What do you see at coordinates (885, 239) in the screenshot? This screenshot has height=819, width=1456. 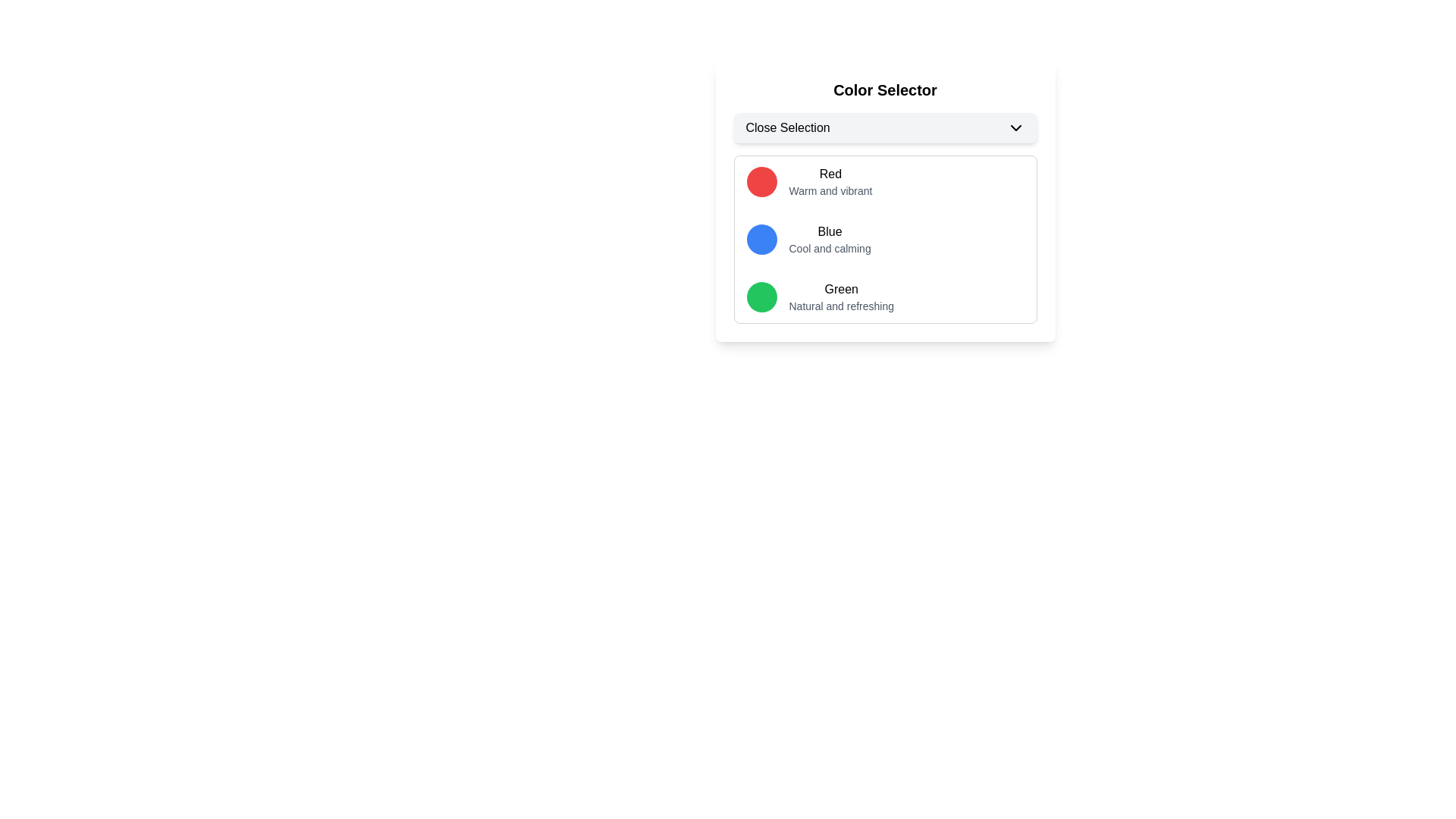 I see `the second selectable list item labeled 'Blue'` at bounding box center [885, 239].